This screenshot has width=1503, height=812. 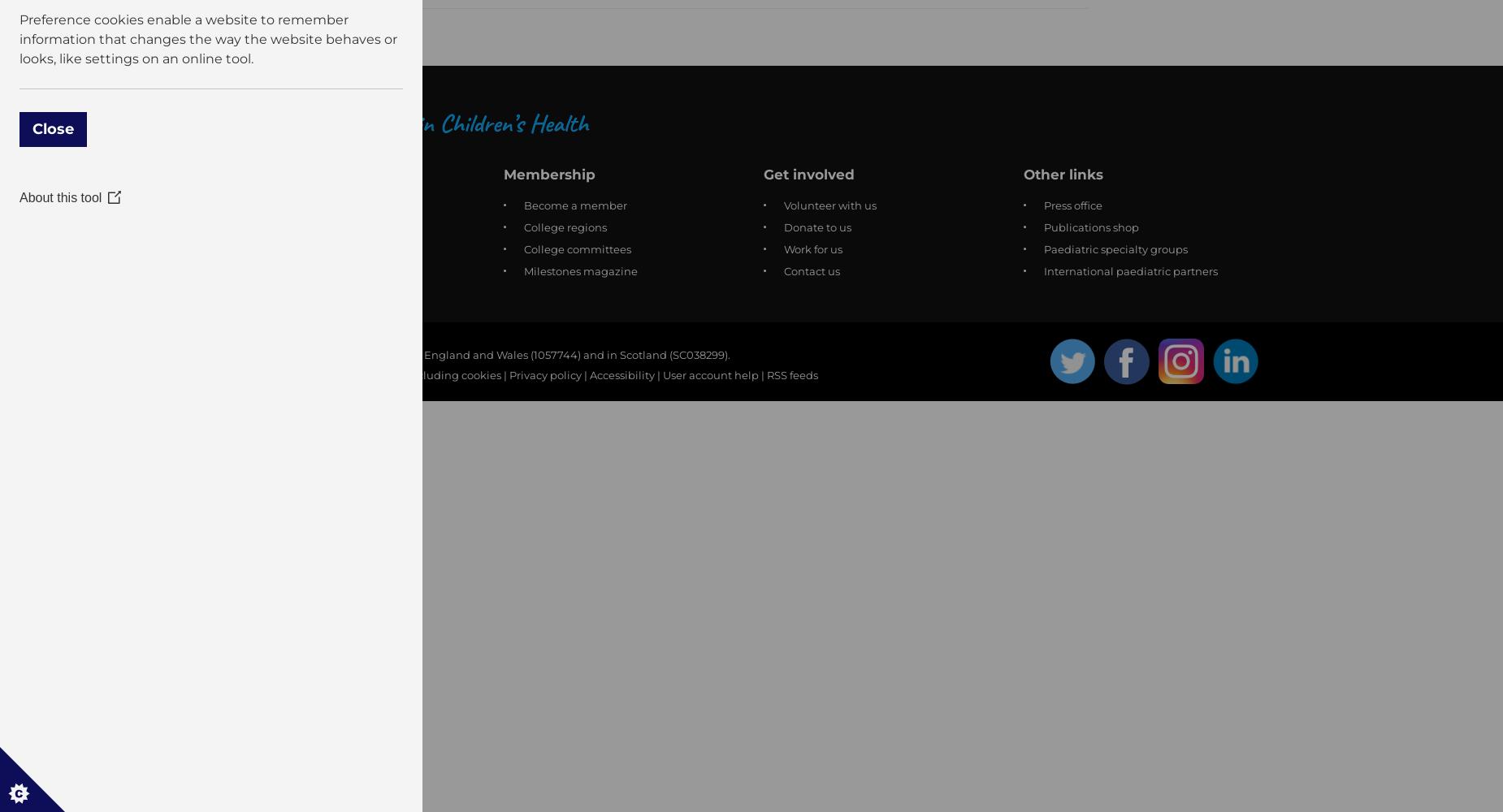 I want to click on 'Become a member', so click(x=575, y=205).